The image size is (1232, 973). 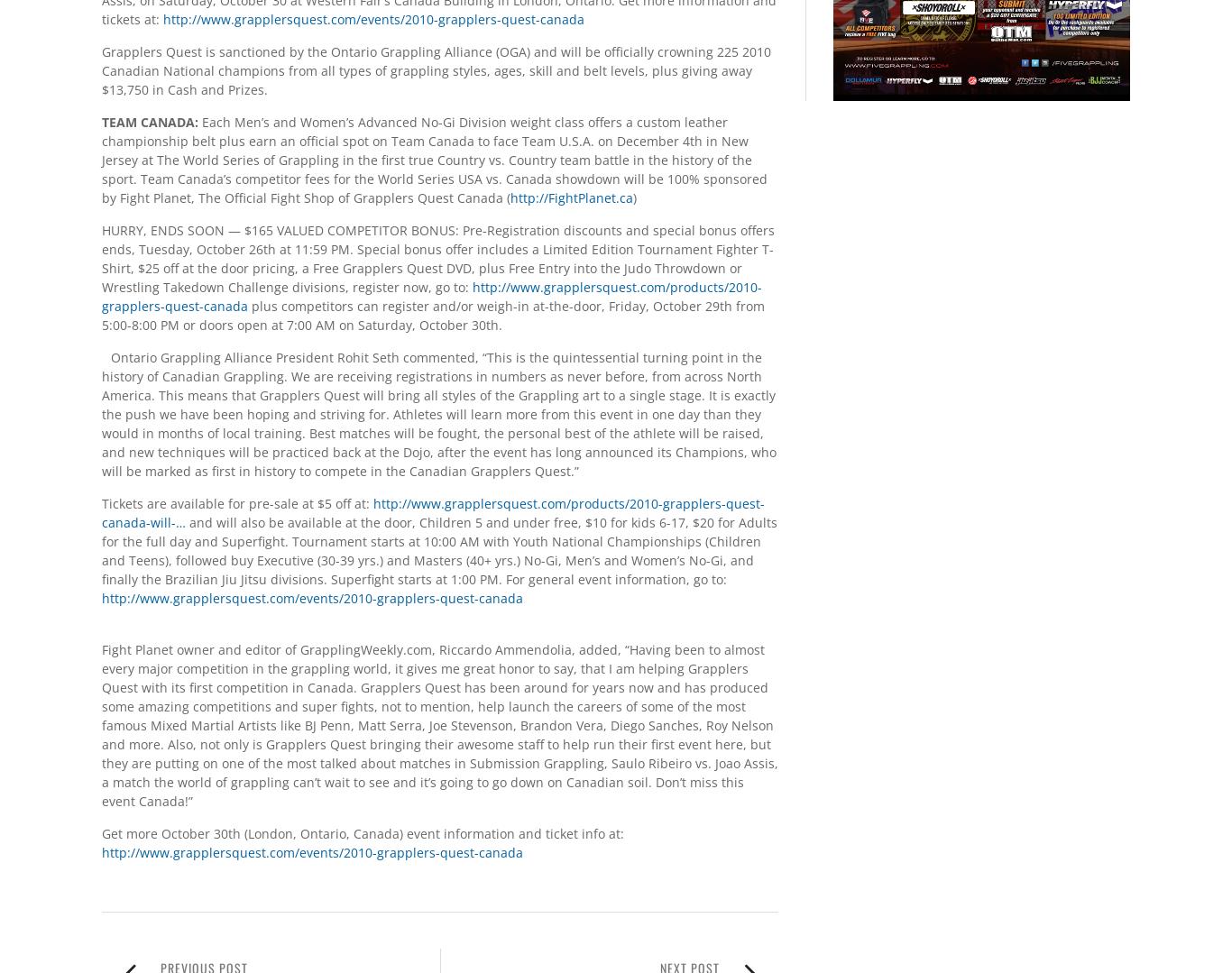 I want to click on 'Grapplers Quest is sanctioned by the Ontario Grappling Alliance (OGA)  and will be officially crowning 225 2010 Canadian National champions  from all types of grappling styles, ages, skill and belt levels, plus  giving away $13,750 in Cash and Prizes.', so click(x=436, y=69).